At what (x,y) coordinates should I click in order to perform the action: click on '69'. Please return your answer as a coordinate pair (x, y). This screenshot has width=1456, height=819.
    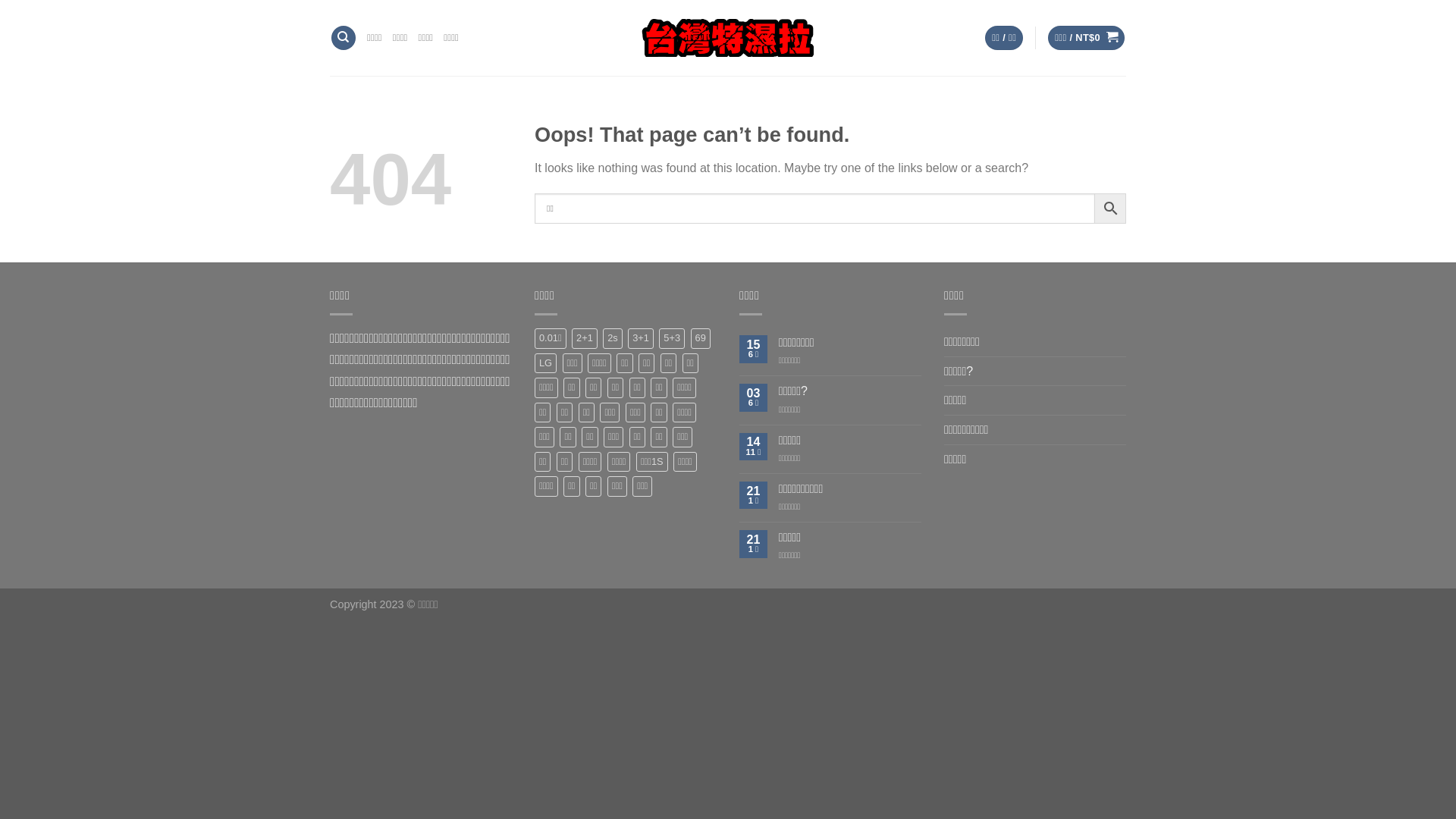
    Looking at the image, I should click on (690, 337).